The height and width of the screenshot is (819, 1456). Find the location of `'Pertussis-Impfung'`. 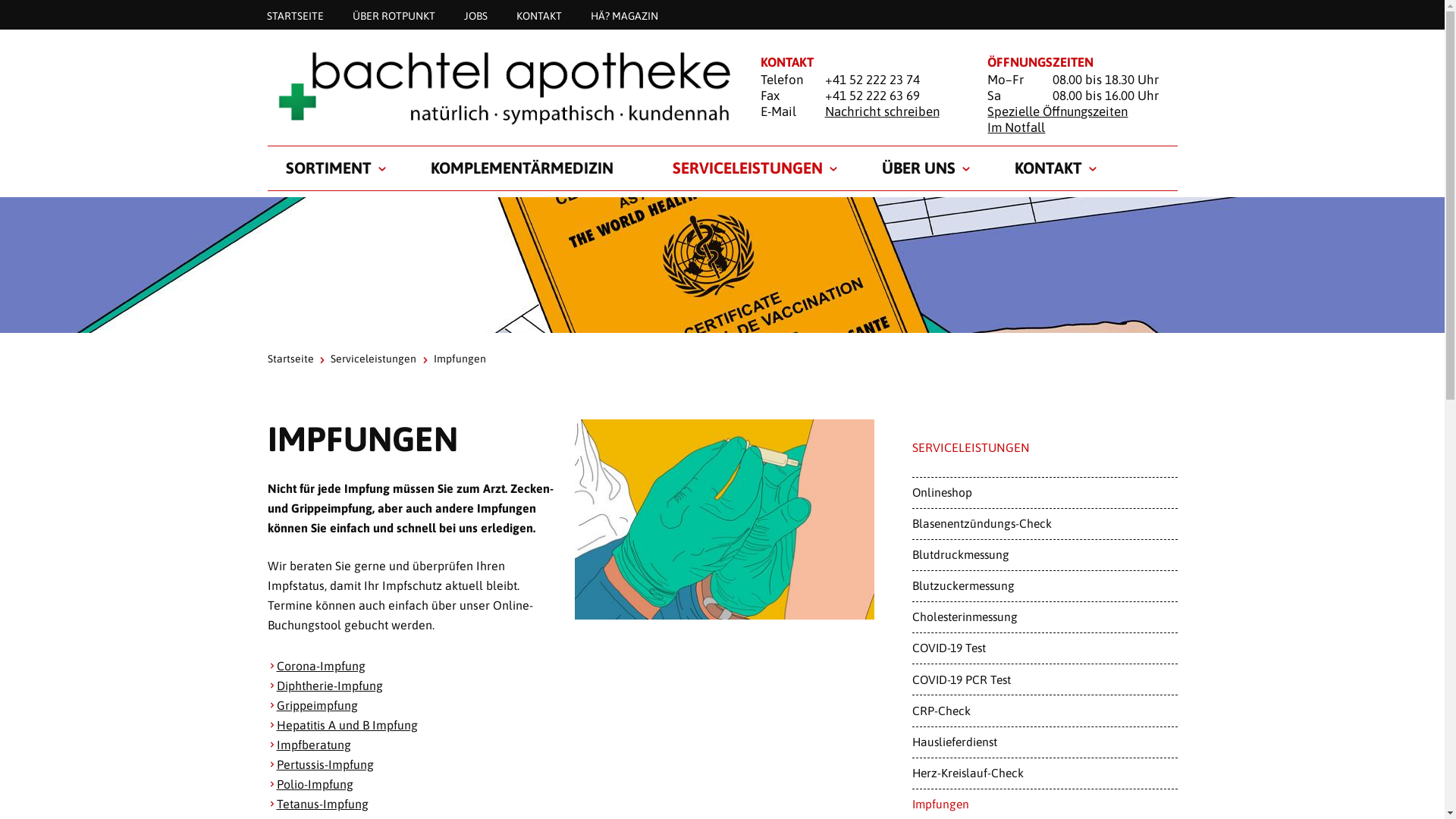

'Pertussis-Impfung' is located at coordinates (276, 764).